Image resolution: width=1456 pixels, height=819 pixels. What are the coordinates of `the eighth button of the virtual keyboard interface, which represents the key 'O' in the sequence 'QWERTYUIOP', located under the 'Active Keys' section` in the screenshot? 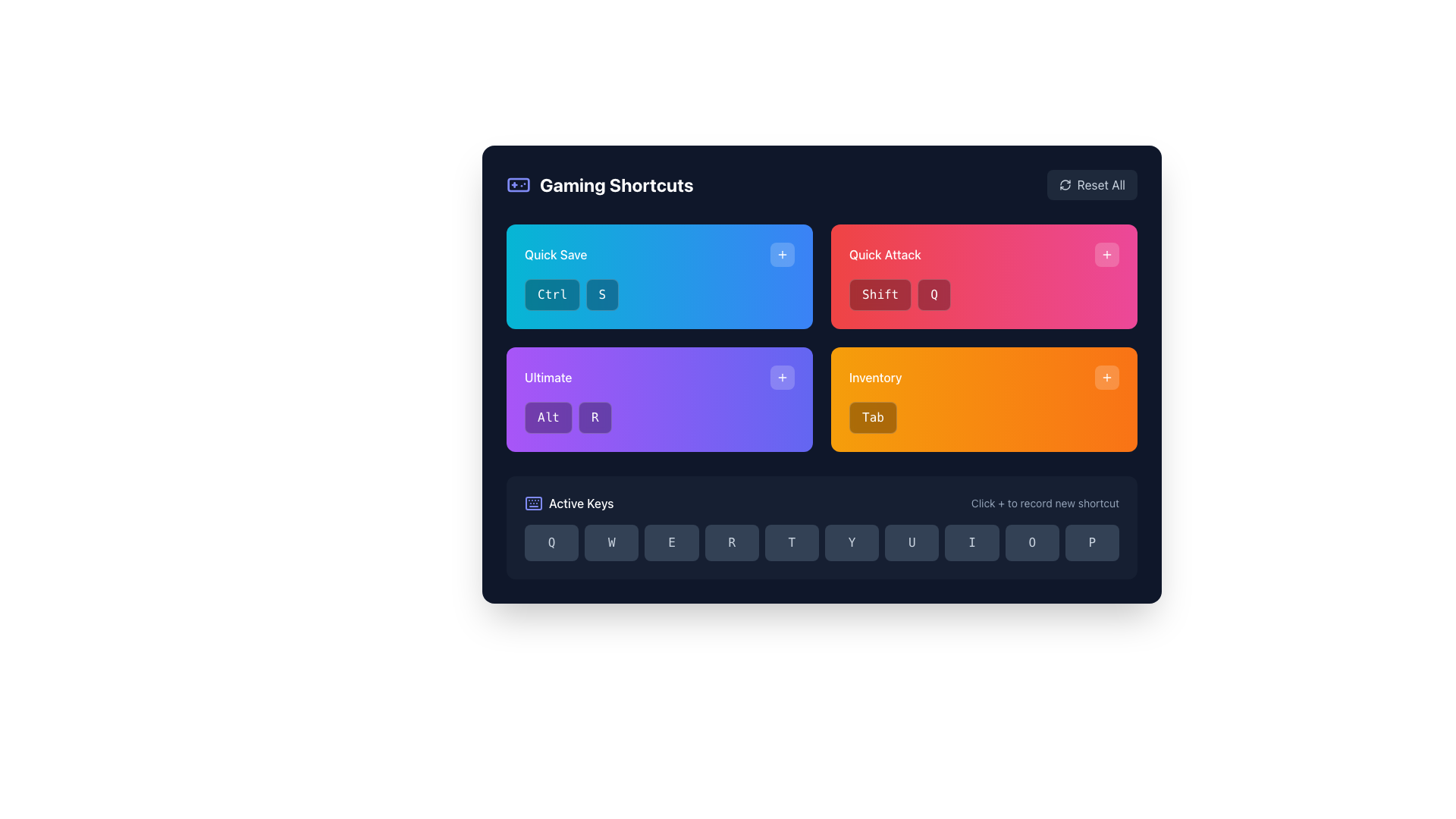 It's located at (911, 542).